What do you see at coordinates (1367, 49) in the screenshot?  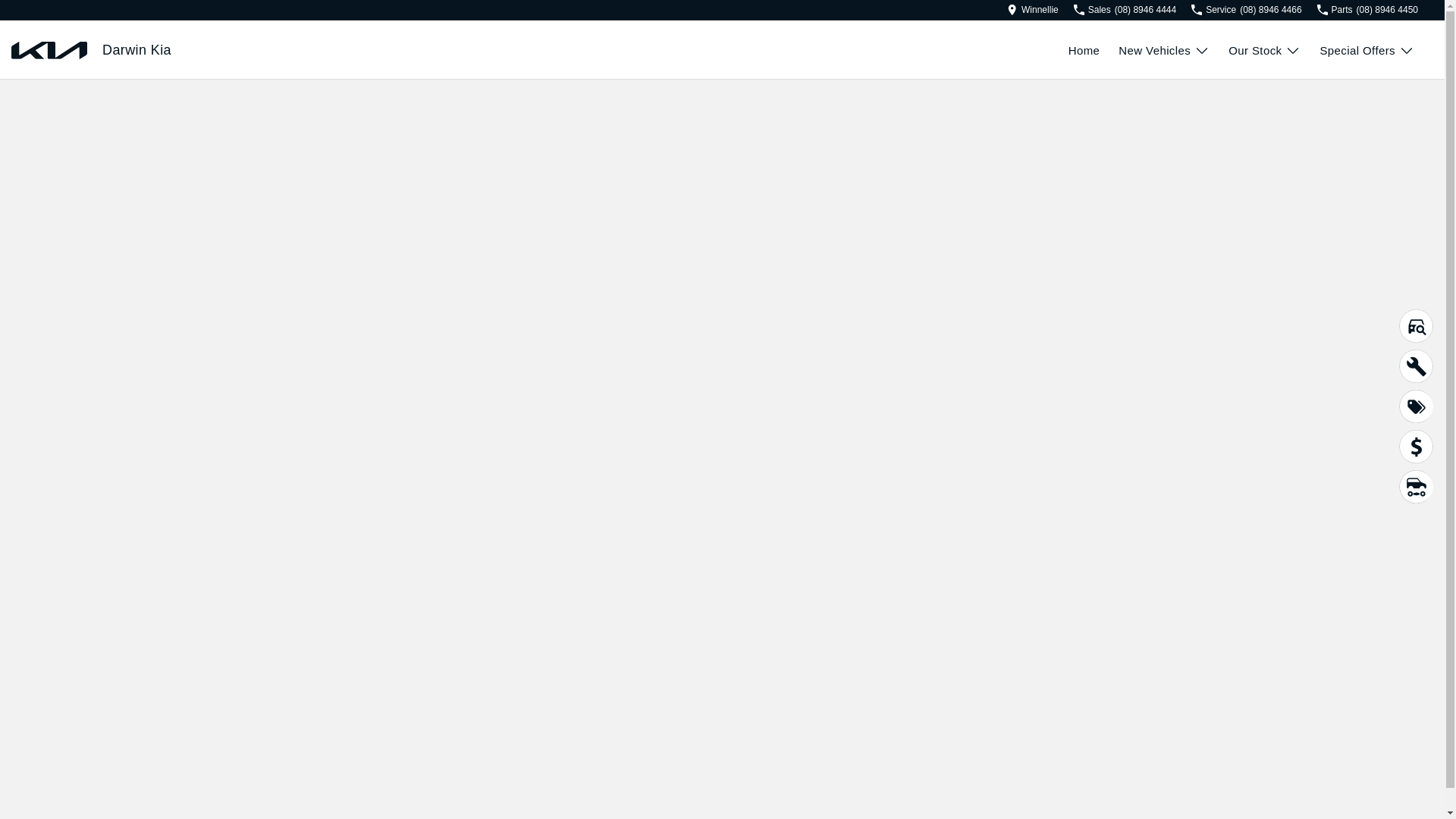 I see `'Special Offers'` at bounding box center [1367, 49].